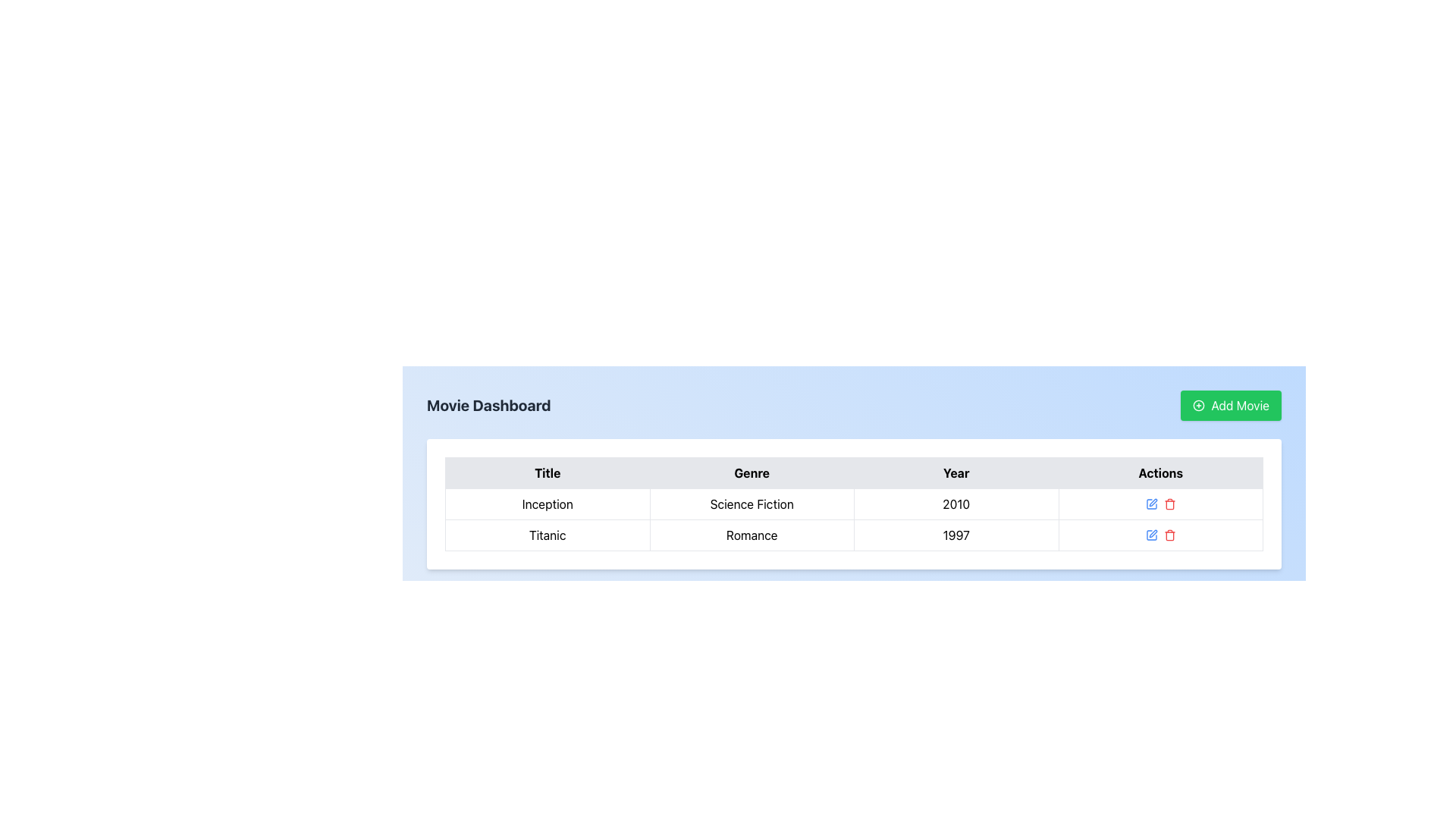  What do you see at coordinates (752, 534) in the screenshot?
I see `the static text element indicating the genre of the movie 'Titanic' located in the second row of the table under the 'Genre' column` at bounding box center [752, 534].